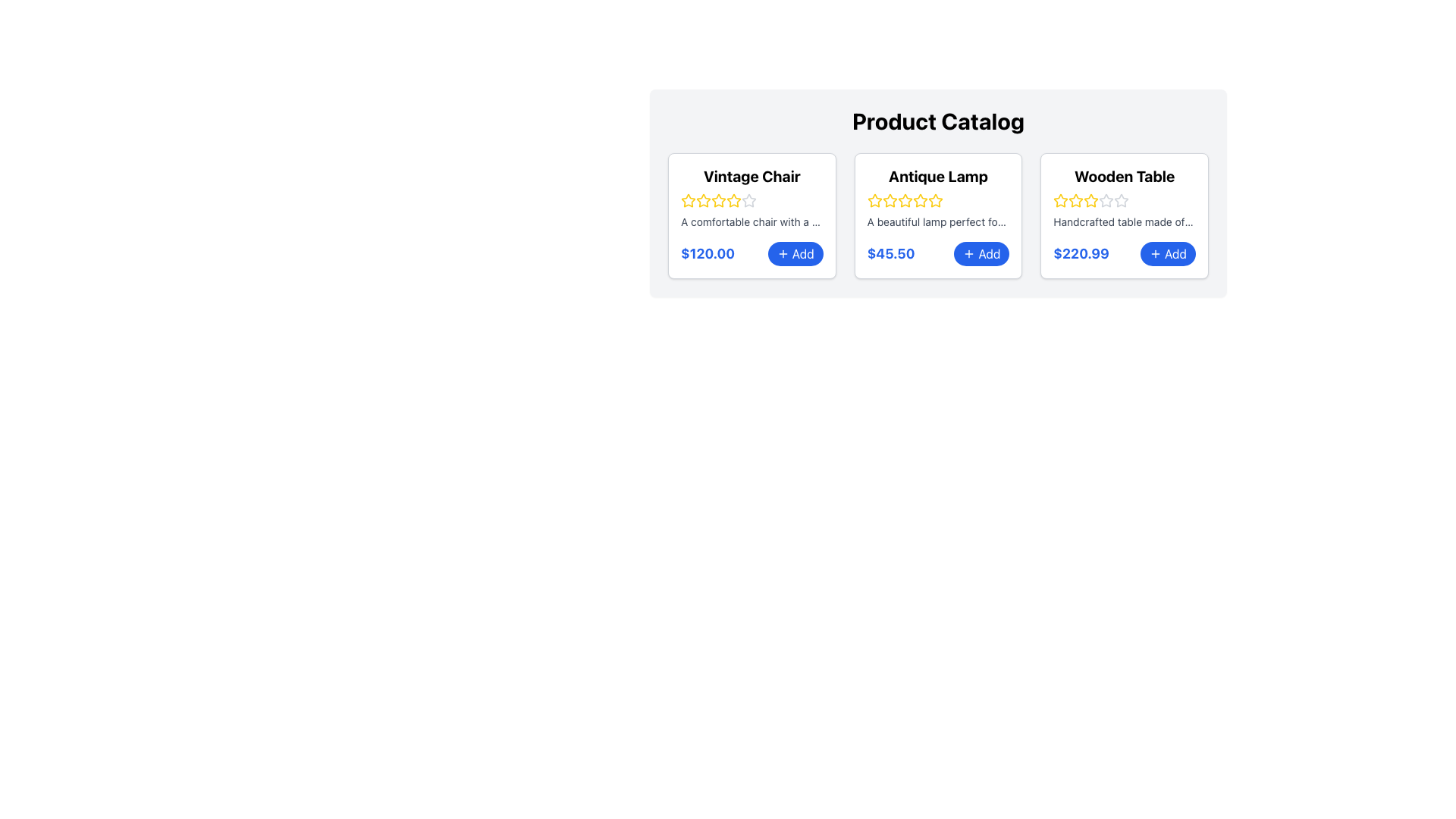  What do you see at coordinates (874, 199) in the screenshot?
I see `the second star icon with a yellow outline in the rating system for the 'Antique Lamp' product` at bounding box center [874, 199].